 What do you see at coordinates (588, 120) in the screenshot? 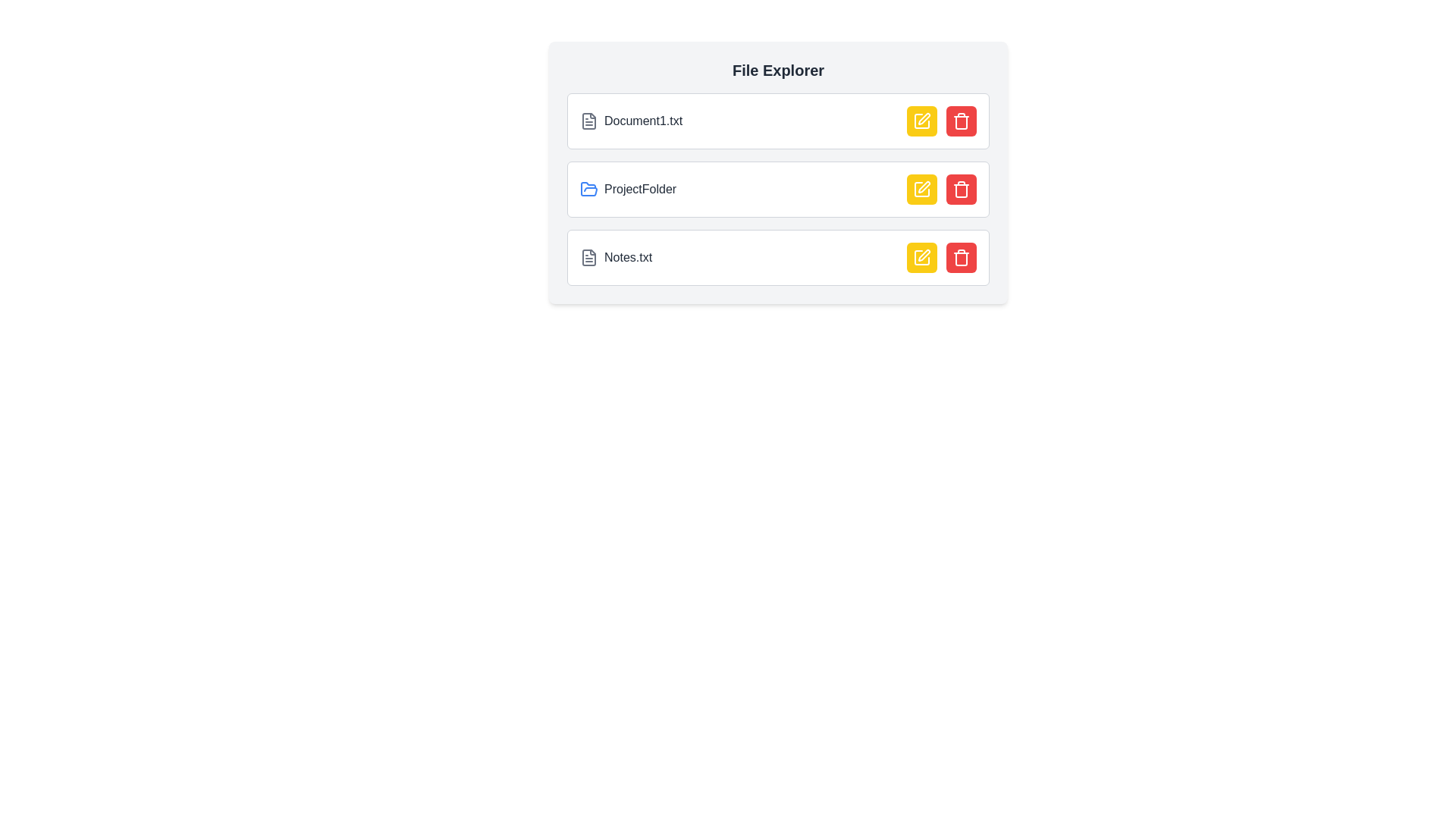
I see `the document icon located to the left of the text label 'Document1.txt' in the File Explorer interface` at bounding box center [588, 120].